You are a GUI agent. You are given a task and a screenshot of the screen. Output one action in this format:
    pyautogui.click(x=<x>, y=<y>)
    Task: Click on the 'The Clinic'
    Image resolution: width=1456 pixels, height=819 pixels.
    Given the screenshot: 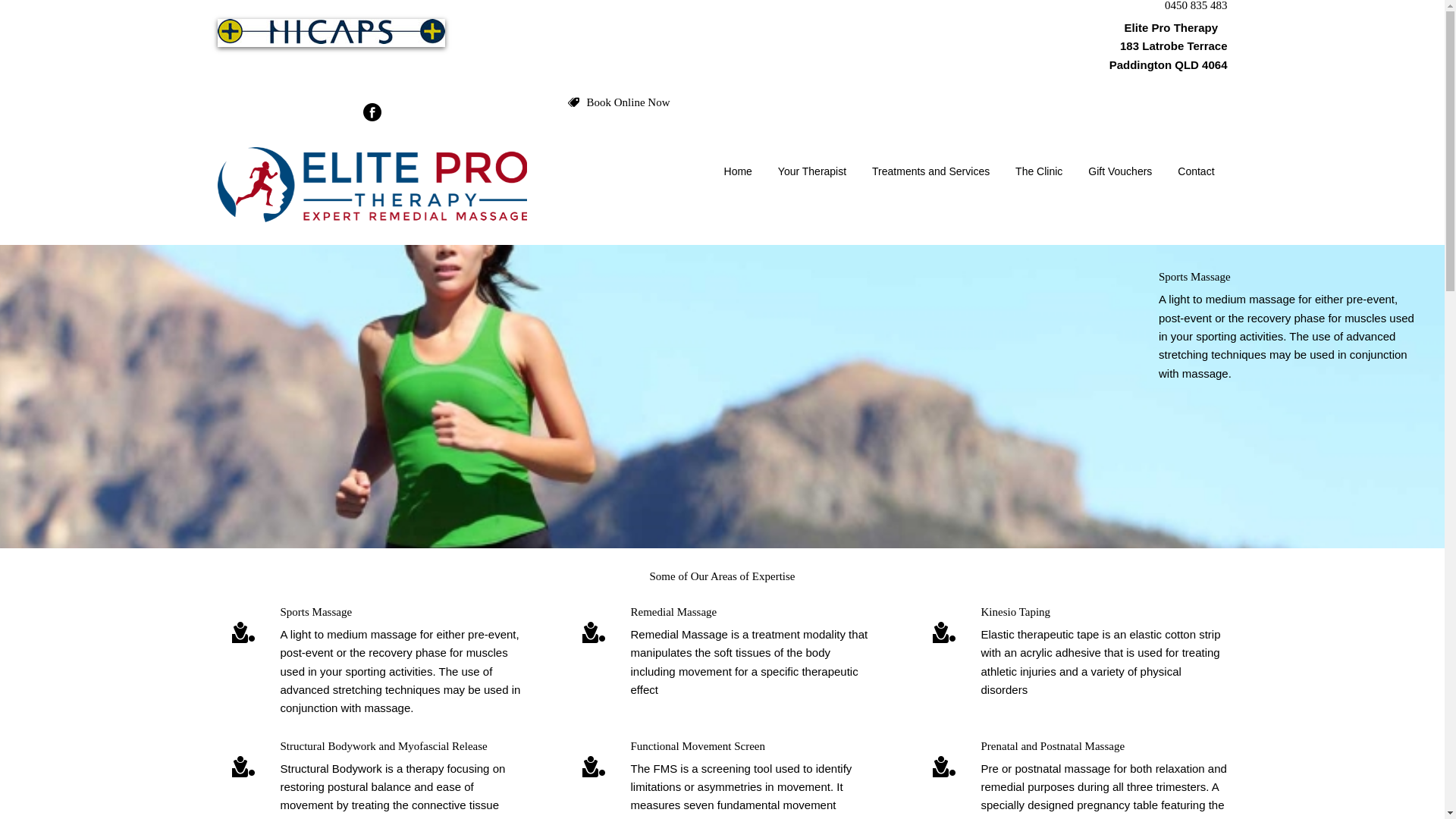 What is the action you would take?
    pyautogui.click(x=1037, y=171)
    